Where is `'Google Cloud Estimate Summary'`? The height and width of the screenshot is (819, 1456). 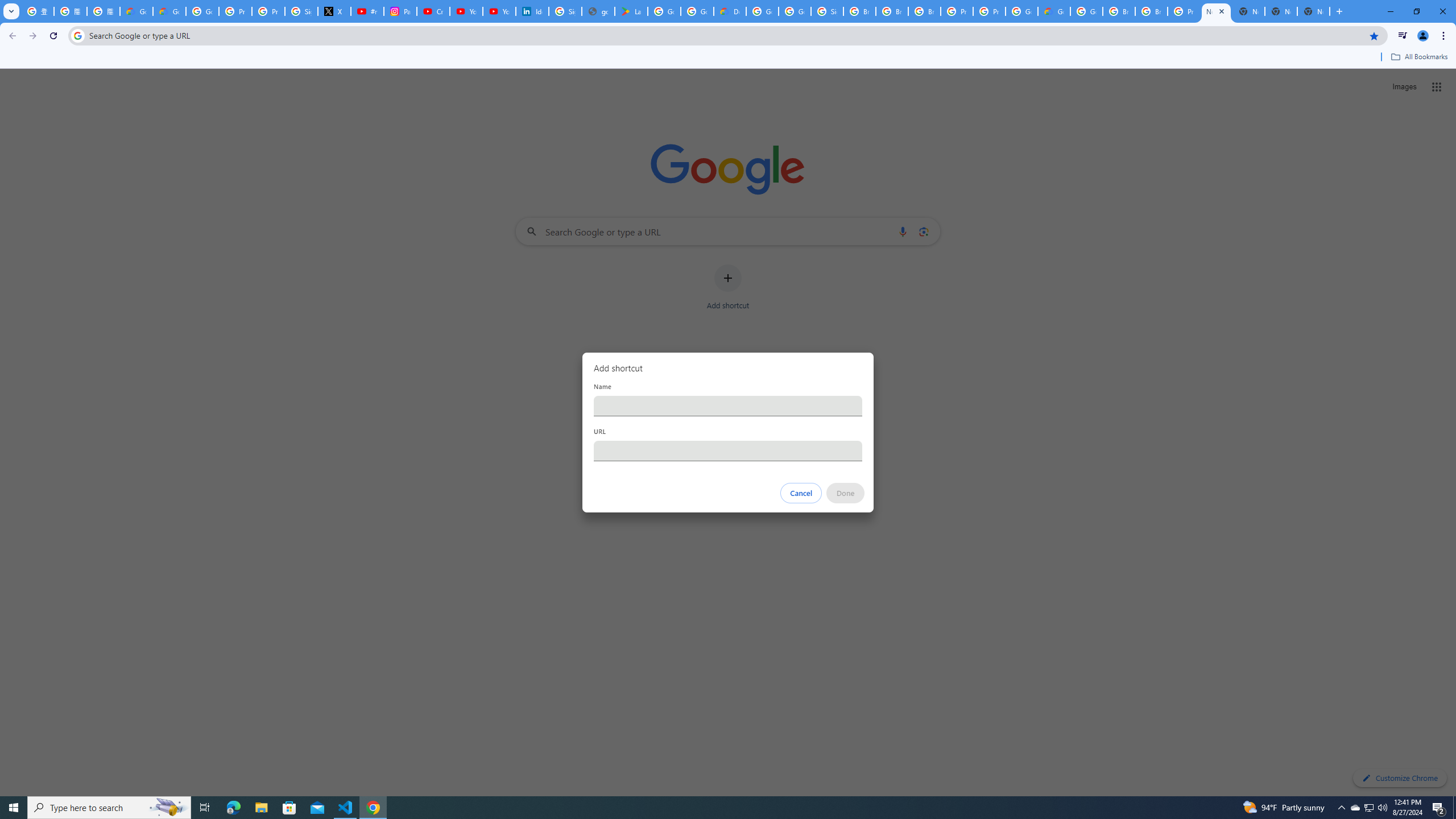
'Google Cloud Estimate Summary' is located at coordinates (1053, 11).